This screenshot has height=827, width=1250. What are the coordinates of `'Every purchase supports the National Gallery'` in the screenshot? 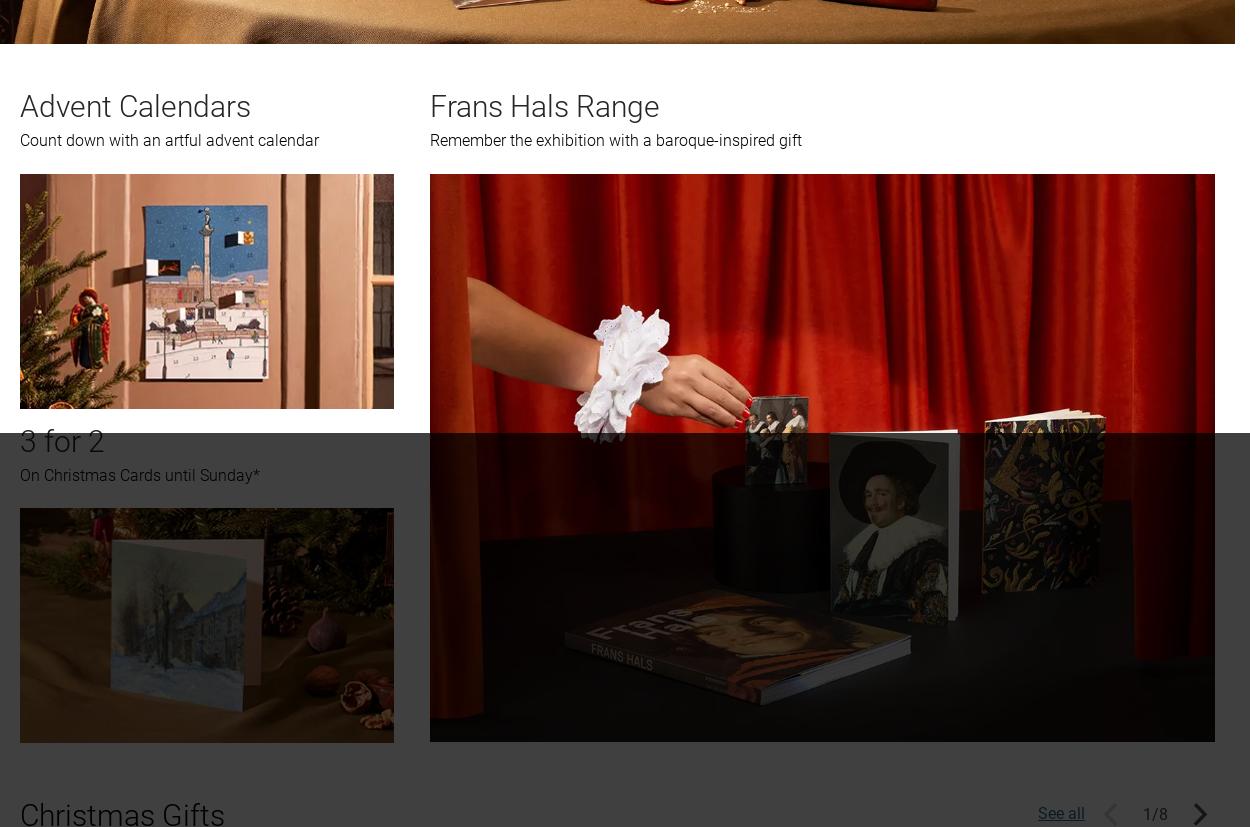 It's located at (616, 655).